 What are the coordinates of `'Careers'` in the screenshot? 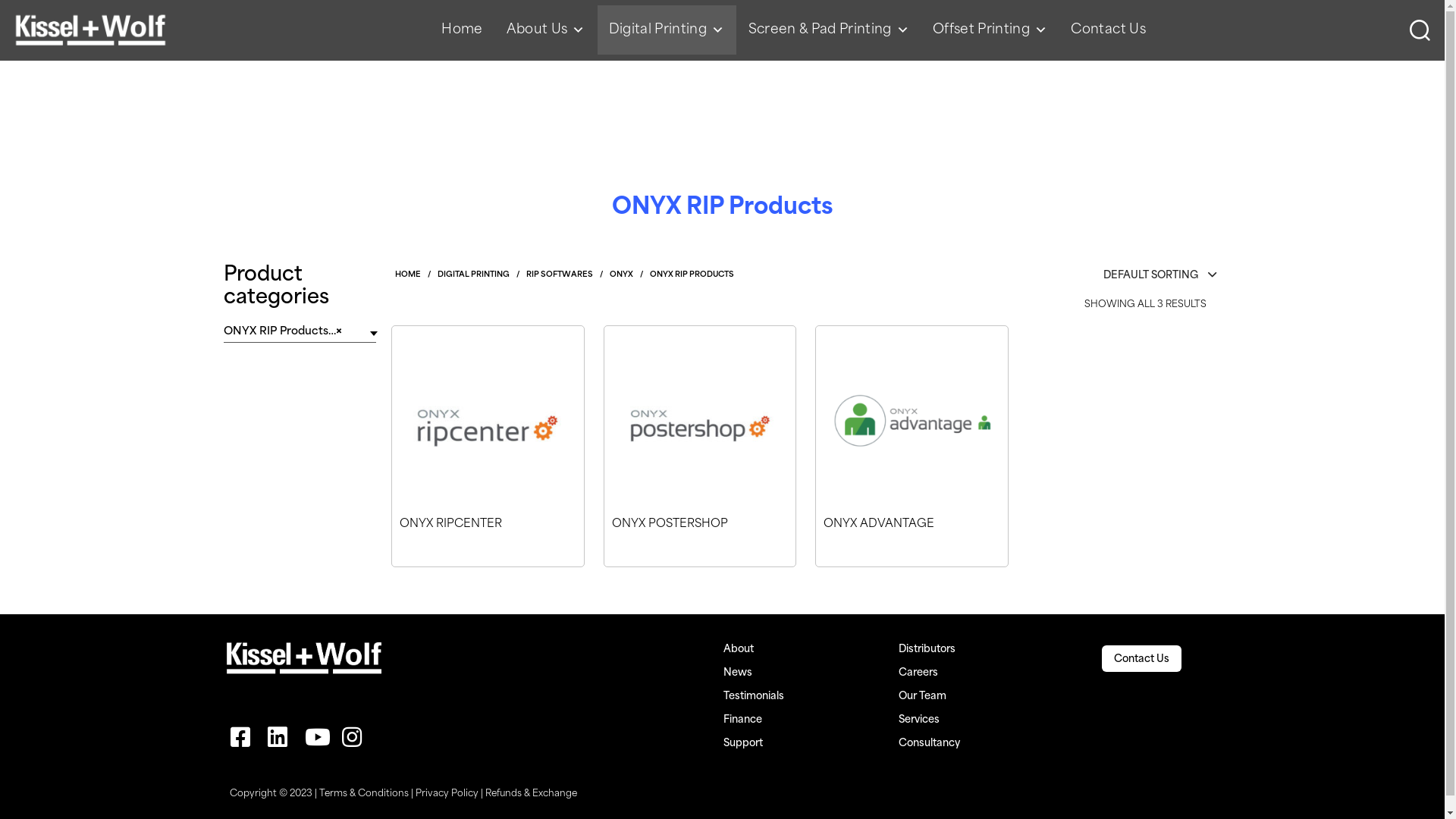 It's located at (899, 672).